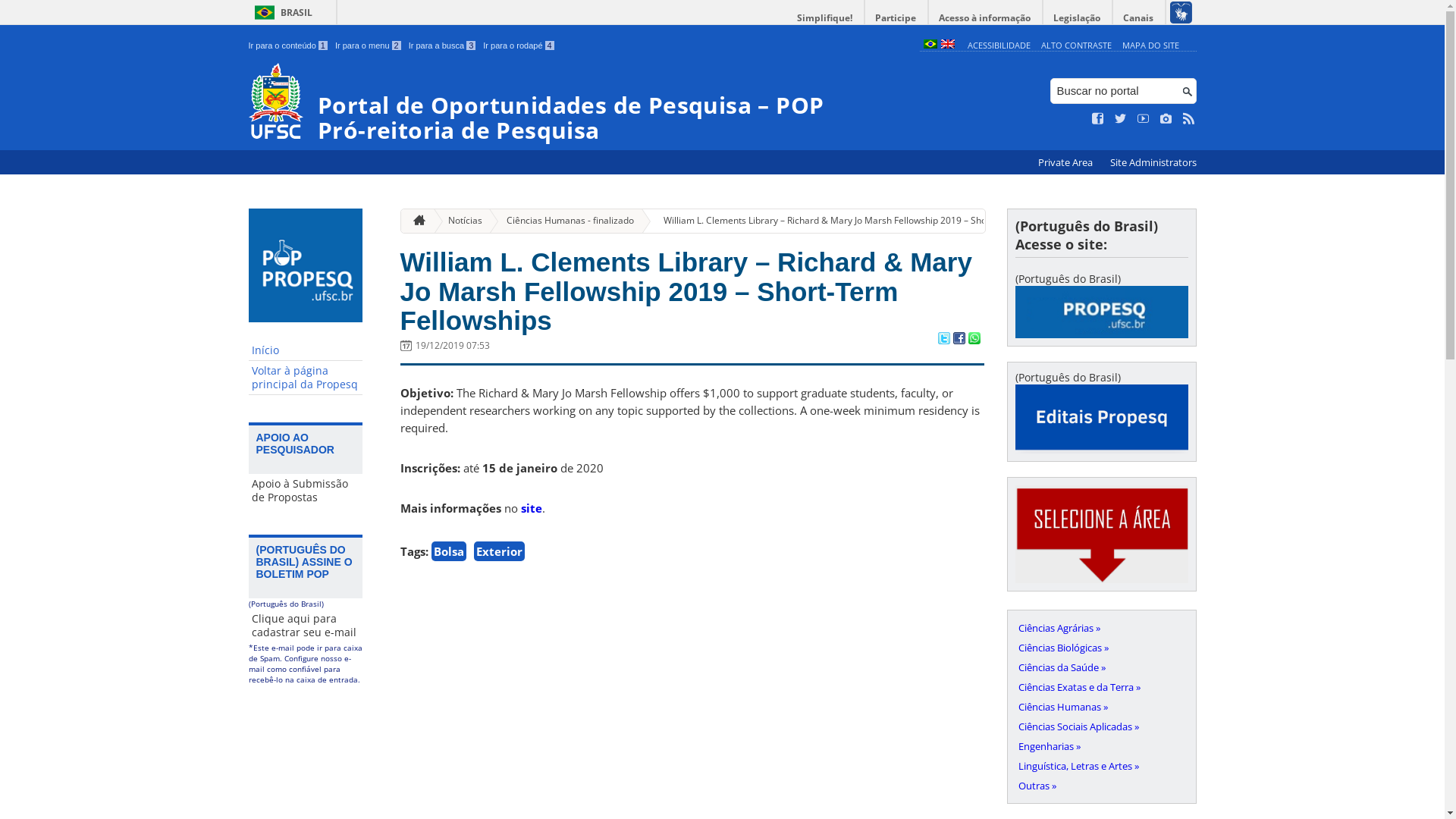  What do you see at coordinates (1139, 17) in the screenshot?
I see `'Canais'` at bounding box center [1139, 17].